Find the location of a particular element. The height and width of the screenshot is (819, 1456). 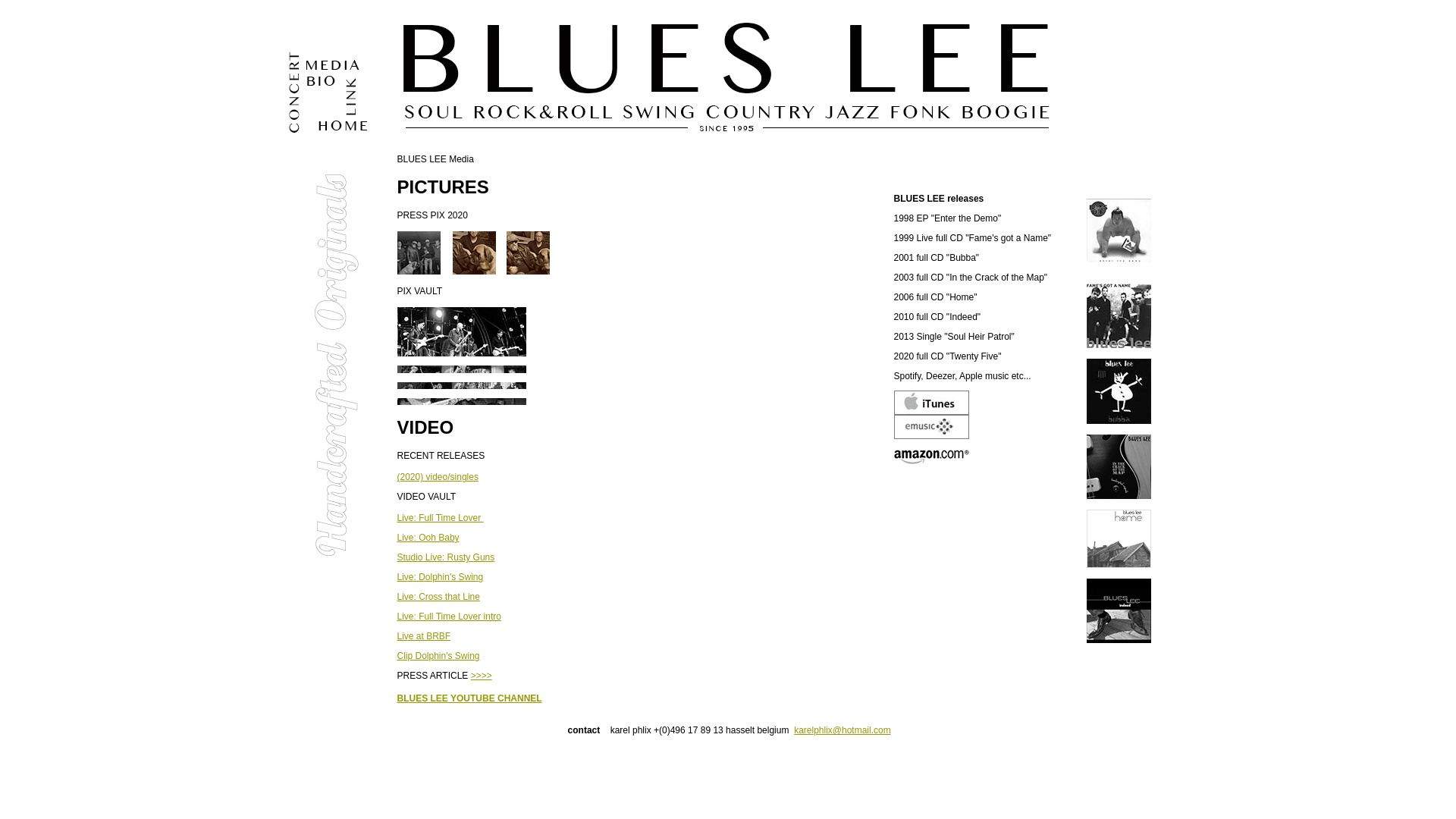

'Studio Live: Rusty Guns' is located at coordinates (445, 557).